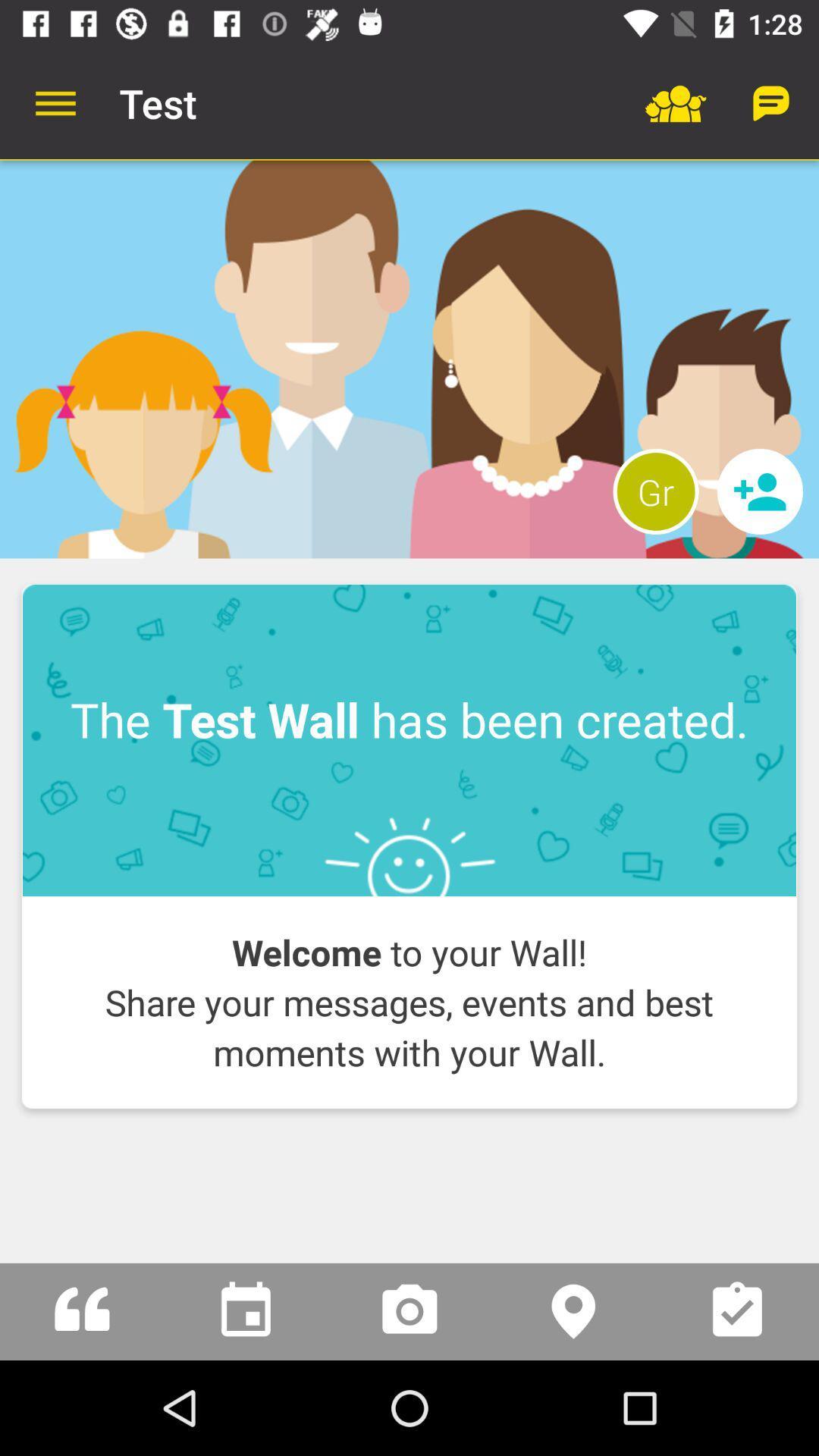 This screenshot has height=1456, width=819. Describe the element at coordinates (409, 740) in the screenshot. I see `the the test wall item` at that location.